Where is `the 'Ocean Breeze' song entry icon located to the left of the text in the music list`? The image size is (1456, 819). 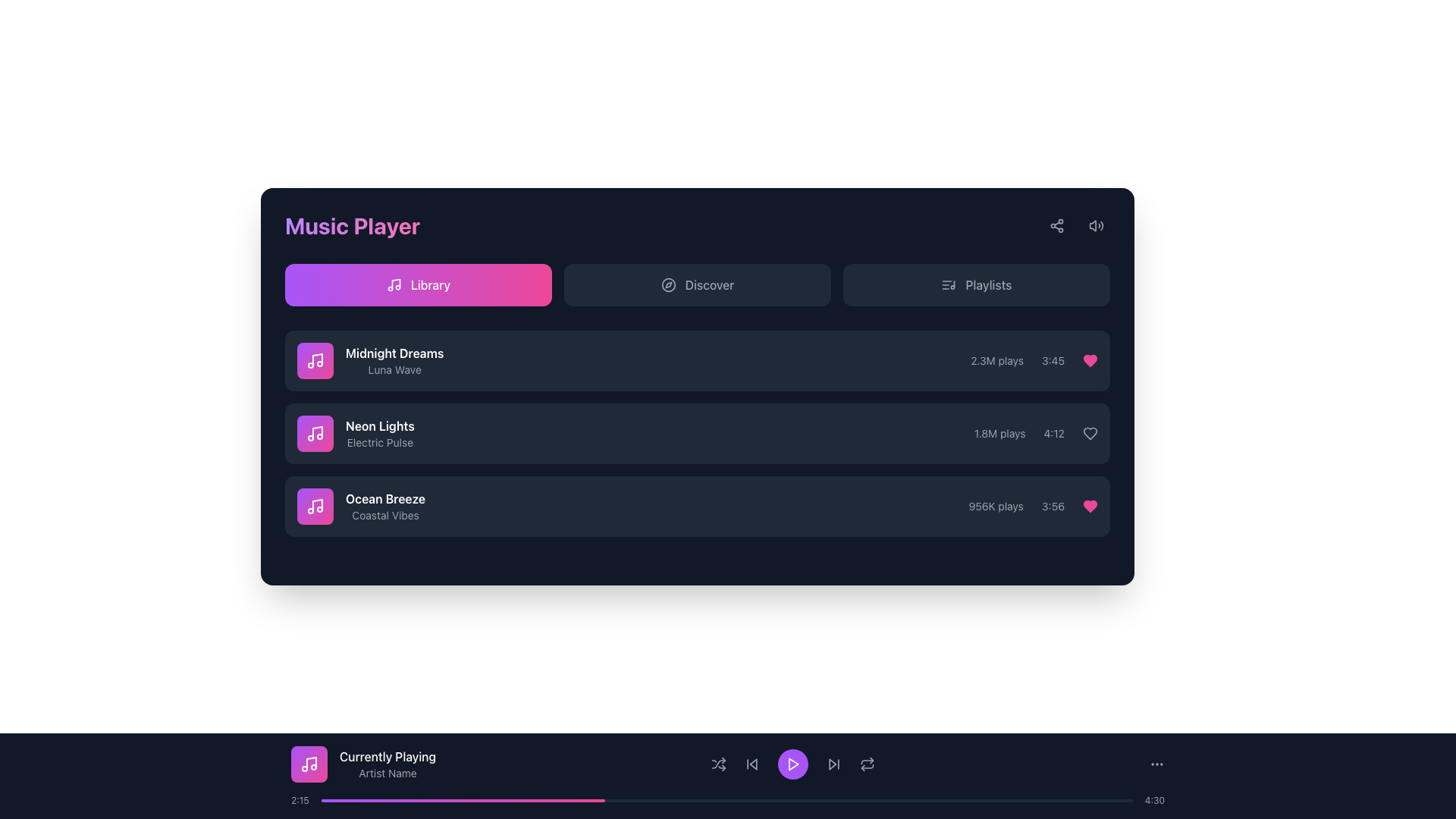 the 'Ocean Breeze' song entry icon located to the left of the text in the music list is located at coordinates (315, 506).